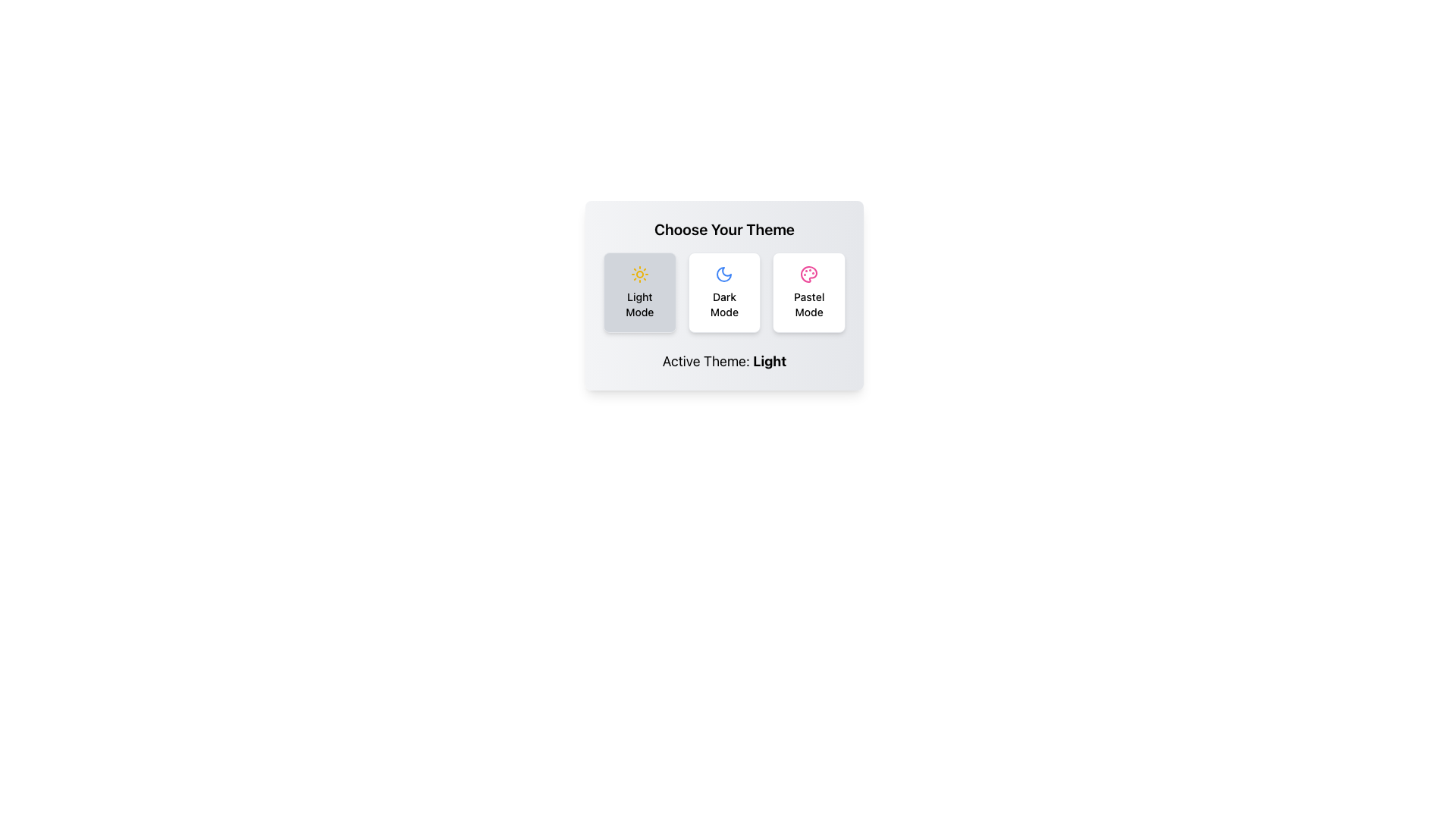 The image size is (1456, 819). Describe the element at coordinates (723, 275) in the screenshot. I see `the dark mode theme icon located in the middle of the three theme options, above the label text 'Dark Mode'` at that location.